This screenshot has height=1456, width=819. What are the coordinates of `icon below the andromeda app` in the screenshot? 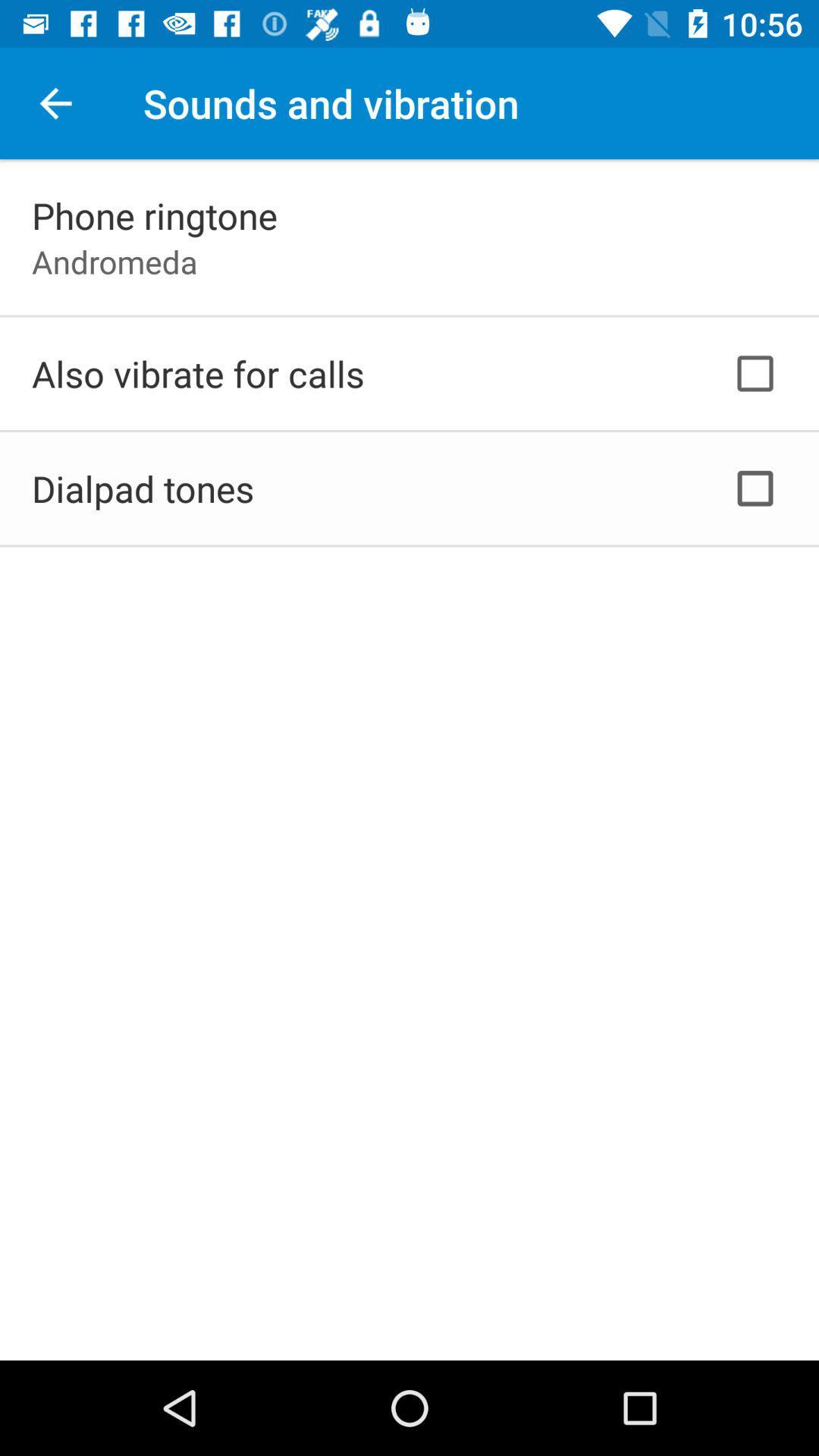 It's located at (197, 373).